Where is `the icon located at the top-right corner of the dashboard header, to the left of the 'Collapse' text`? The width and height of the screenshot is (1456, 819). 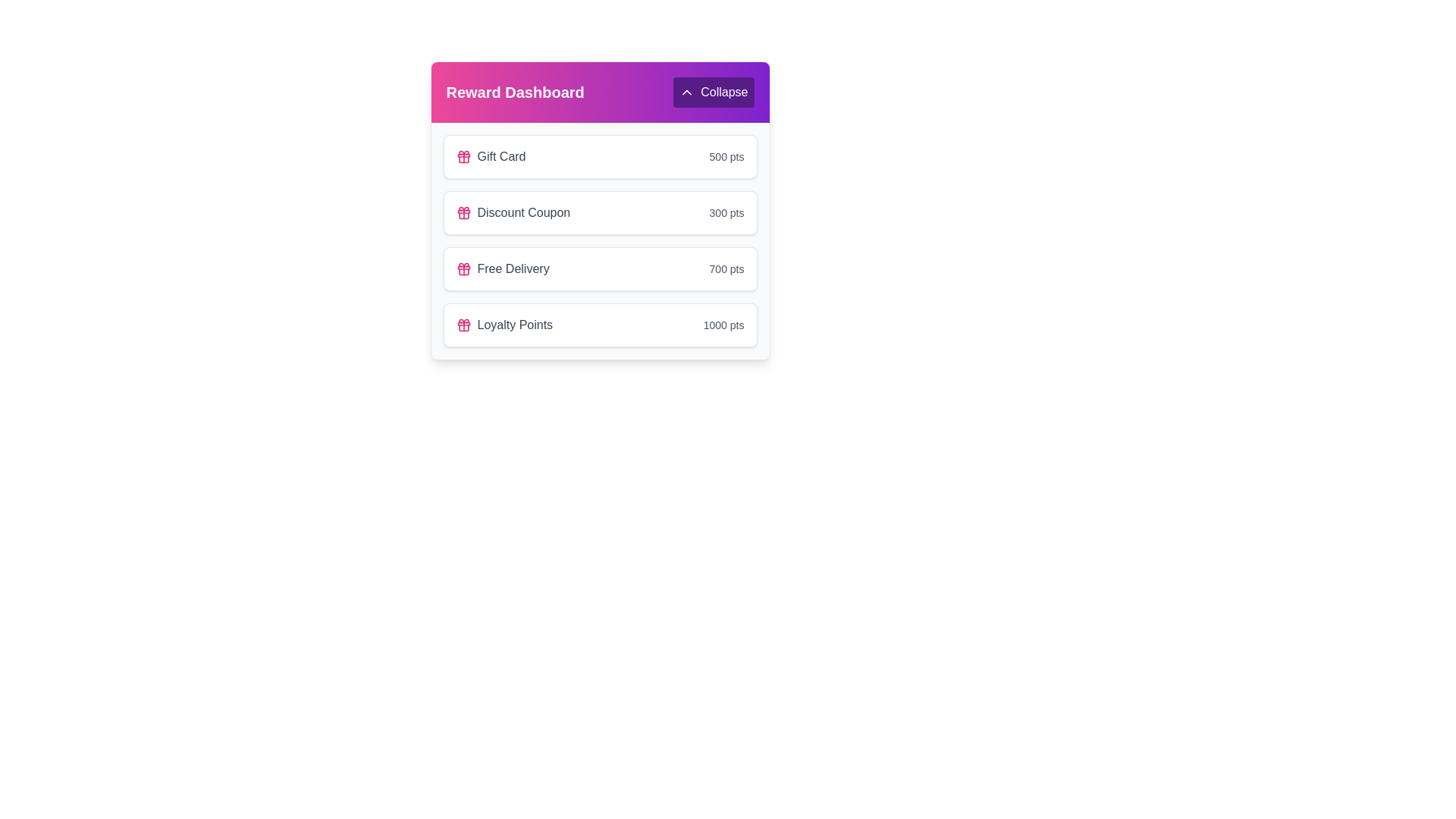 the icon located at the top-right corner of the dashboard header, to the left of the 'Collapse' text is located at coordinates (686, 93).